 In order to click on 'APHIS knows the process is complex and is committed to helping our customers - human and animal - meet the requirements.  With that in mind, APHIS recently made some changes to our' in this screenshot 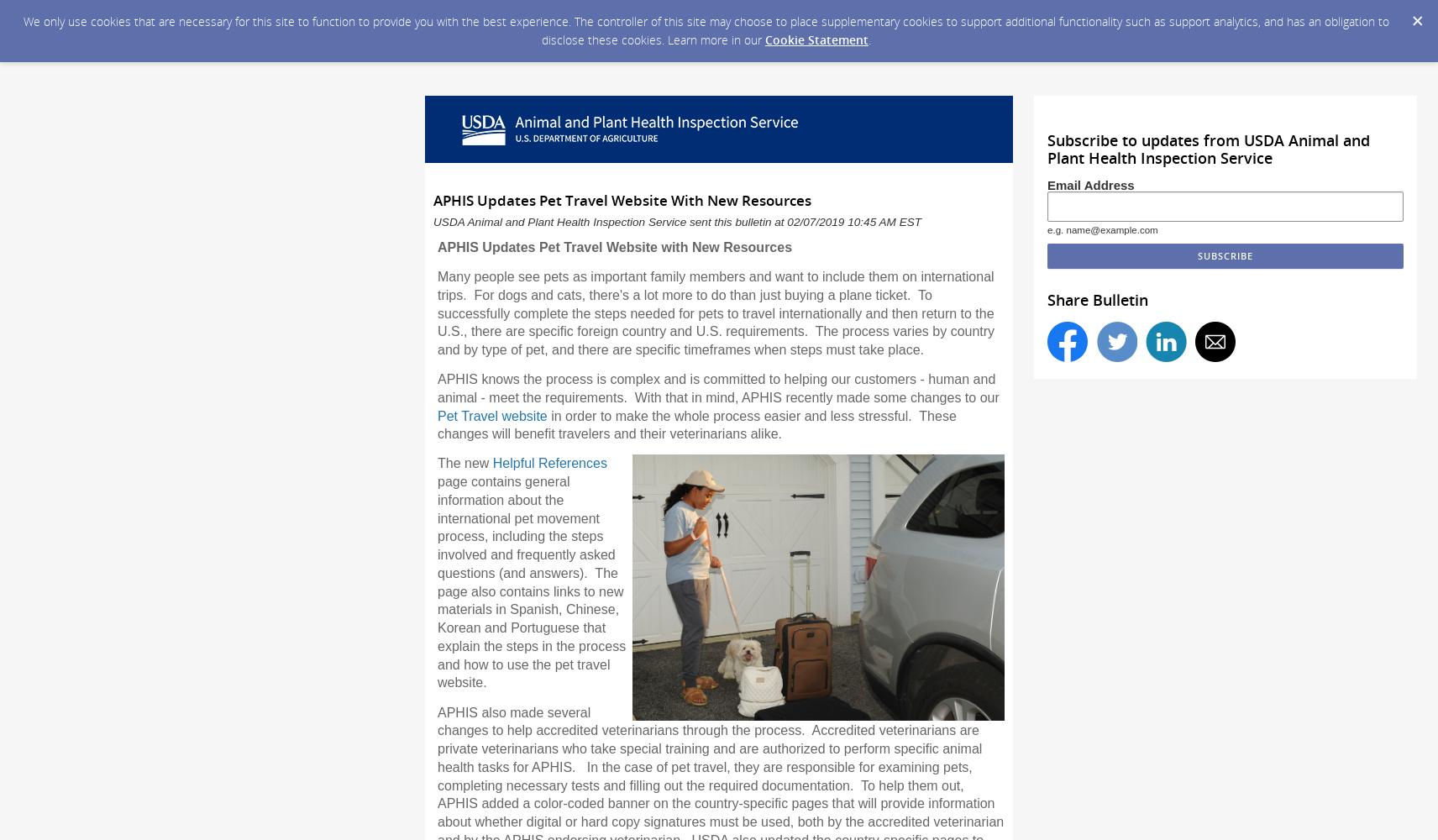, I will do `click(717, 387)`.